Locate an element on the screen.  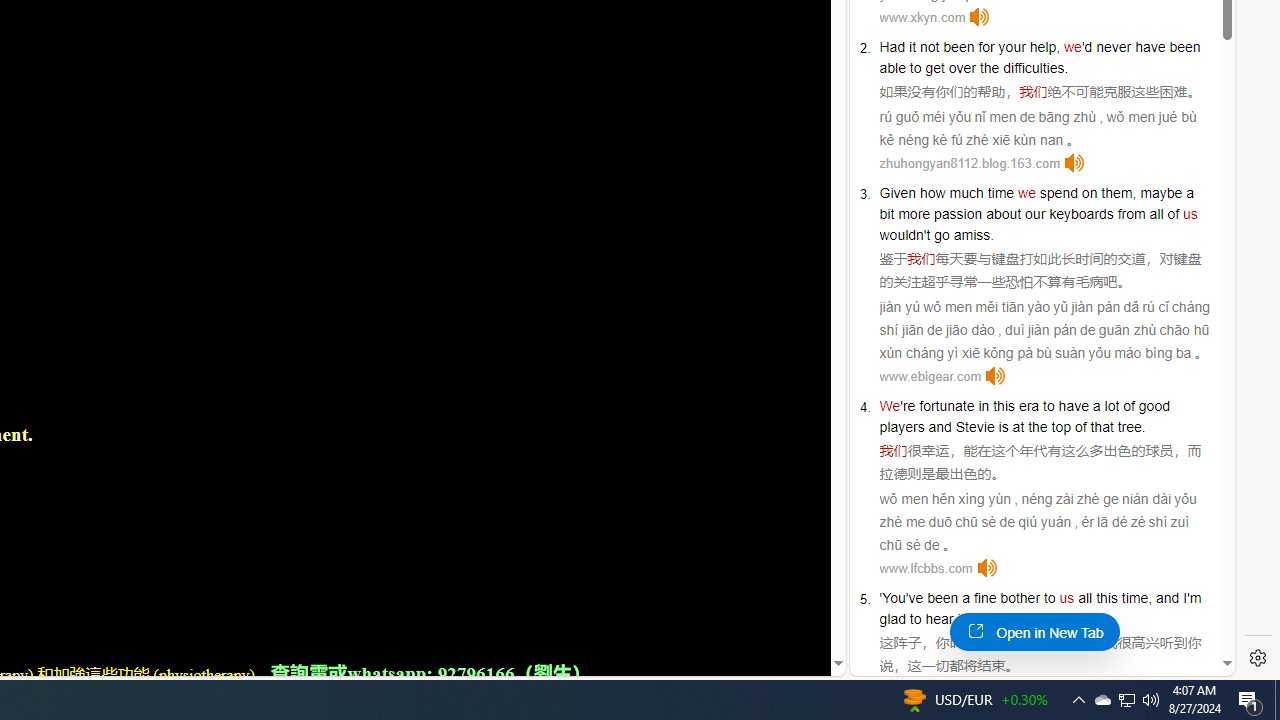
'over' is located at coordinates (962, 67).